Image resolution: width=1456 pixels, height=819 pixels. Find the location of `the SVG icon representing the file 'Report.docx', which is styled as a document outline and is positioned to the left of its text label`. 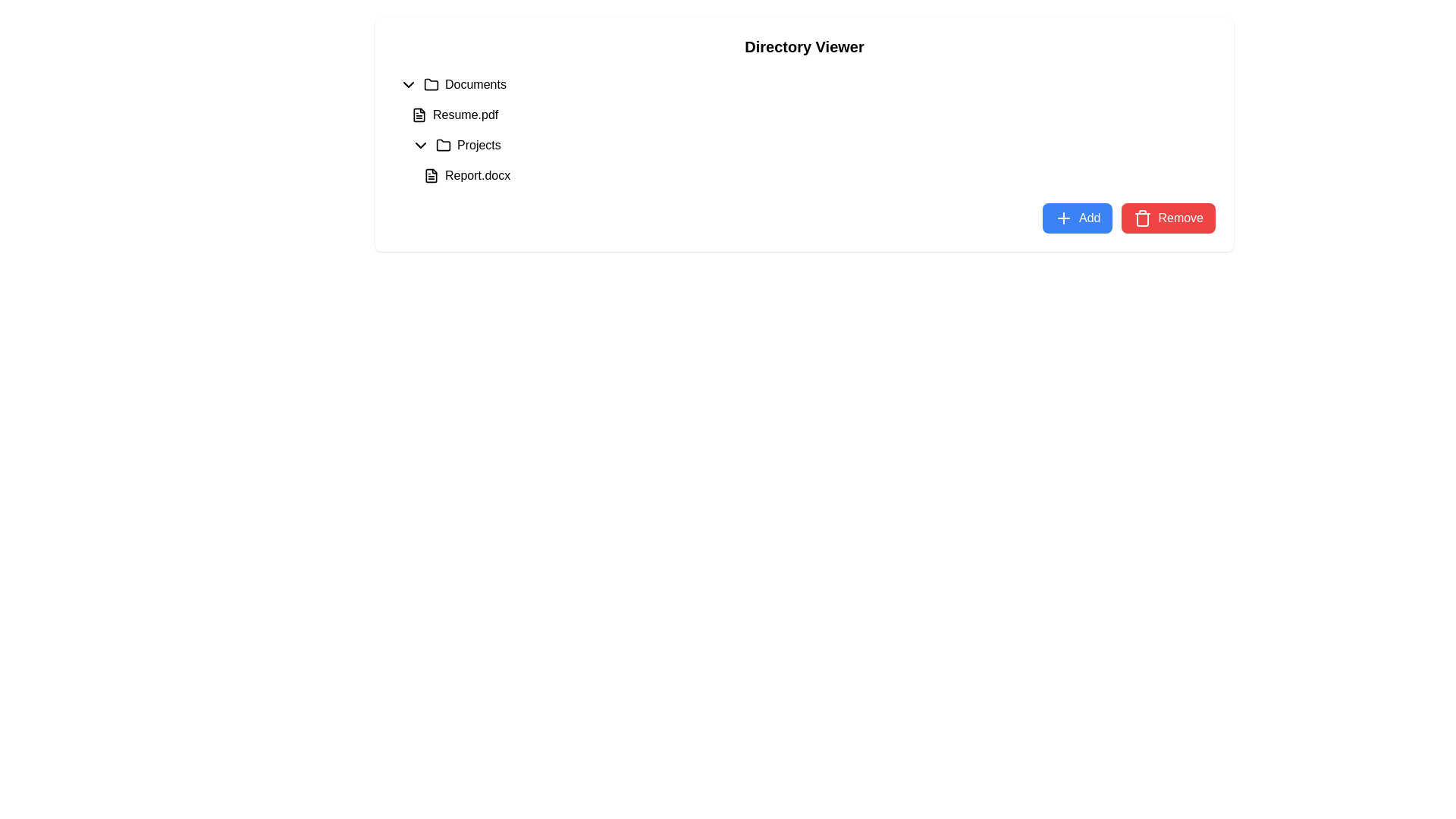

the SVG icon representing the file 'Report.docx', which is styled as a document outline and is positioned to the left of its text label is located at coordinates (431, 174).